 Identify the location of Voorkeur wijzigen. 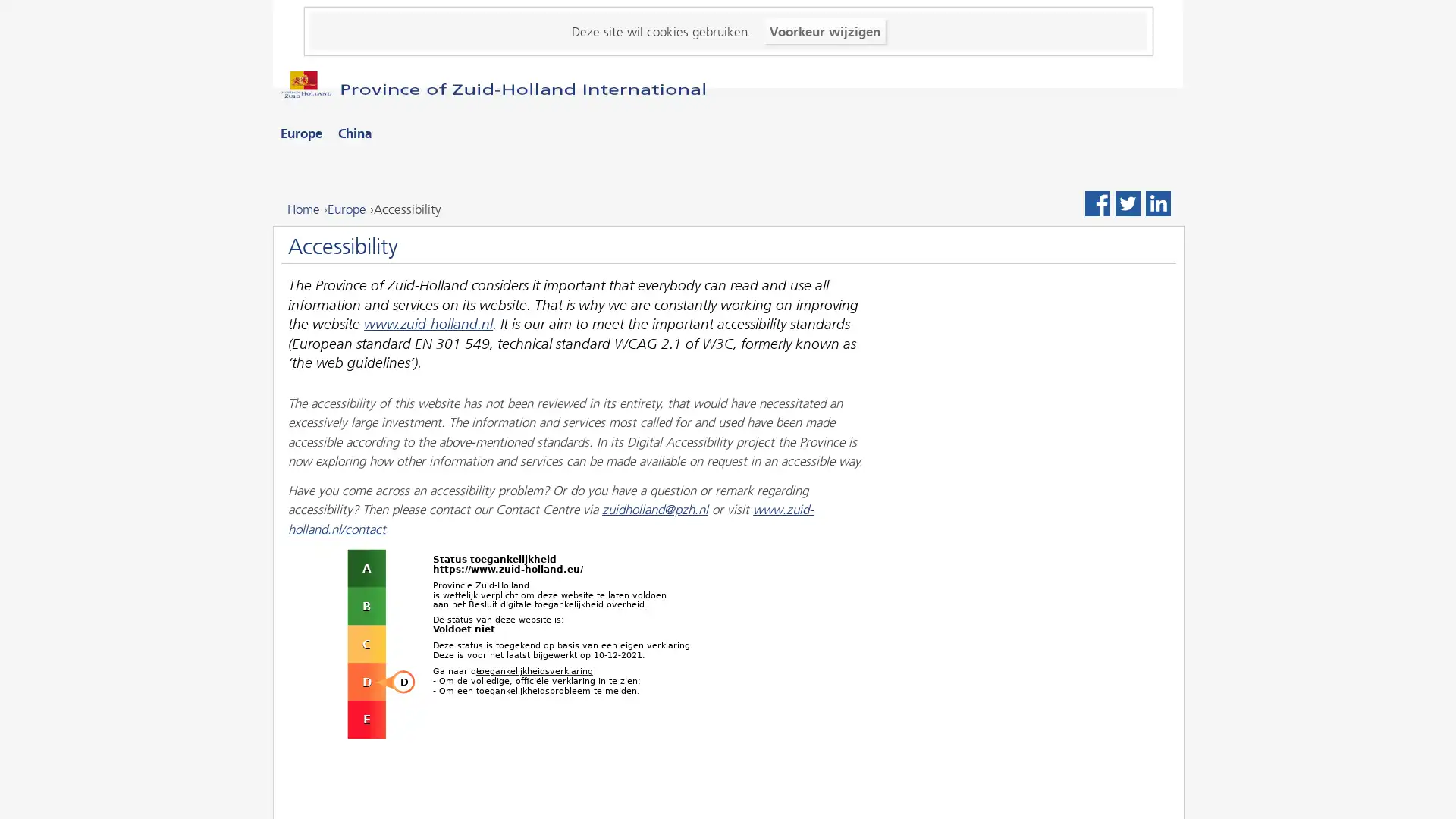
(823, 30).